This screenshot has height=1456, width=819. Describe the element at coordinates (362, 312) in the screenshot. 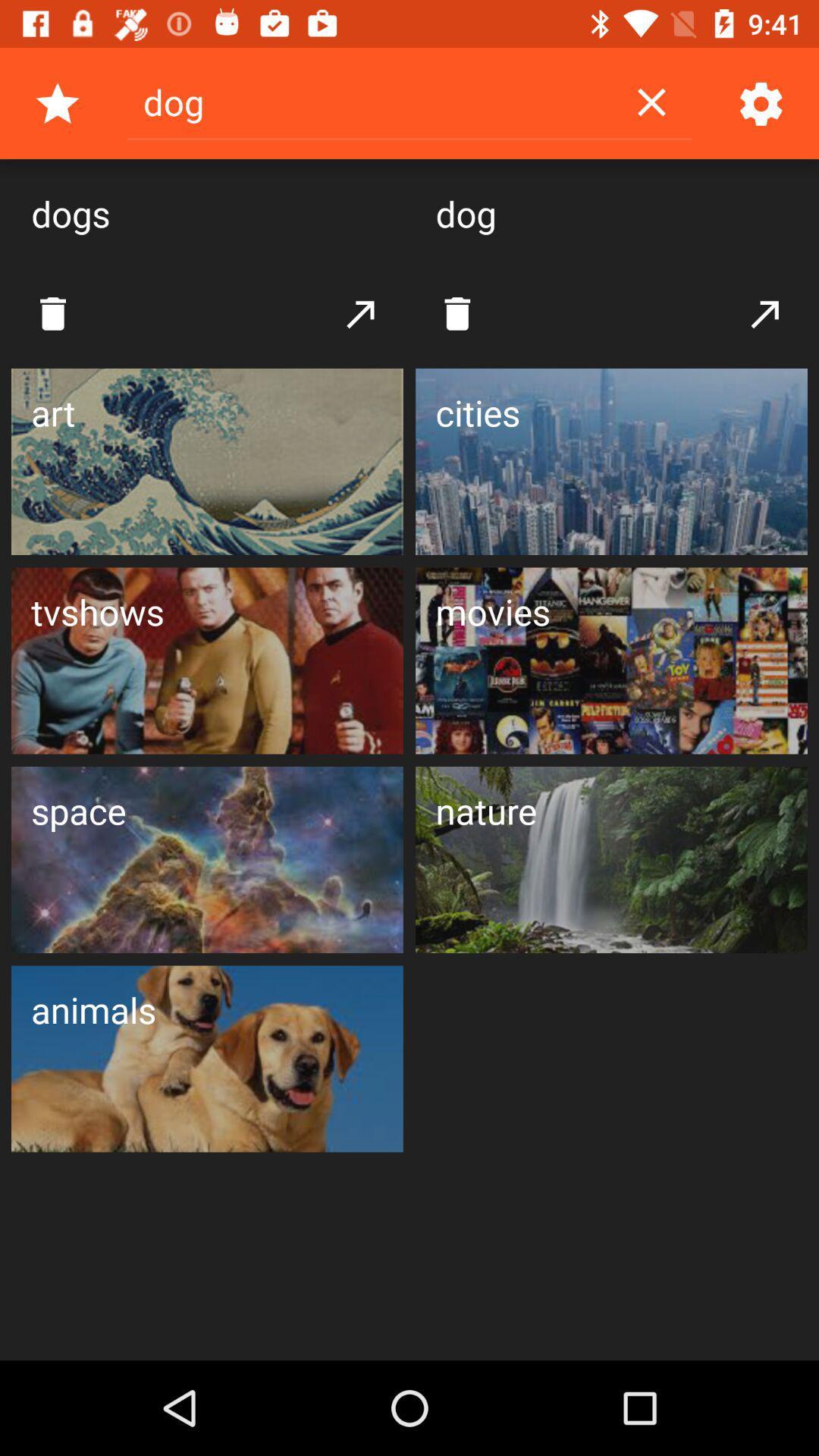

I see `the button which is in between both the delete buttons` at that location.